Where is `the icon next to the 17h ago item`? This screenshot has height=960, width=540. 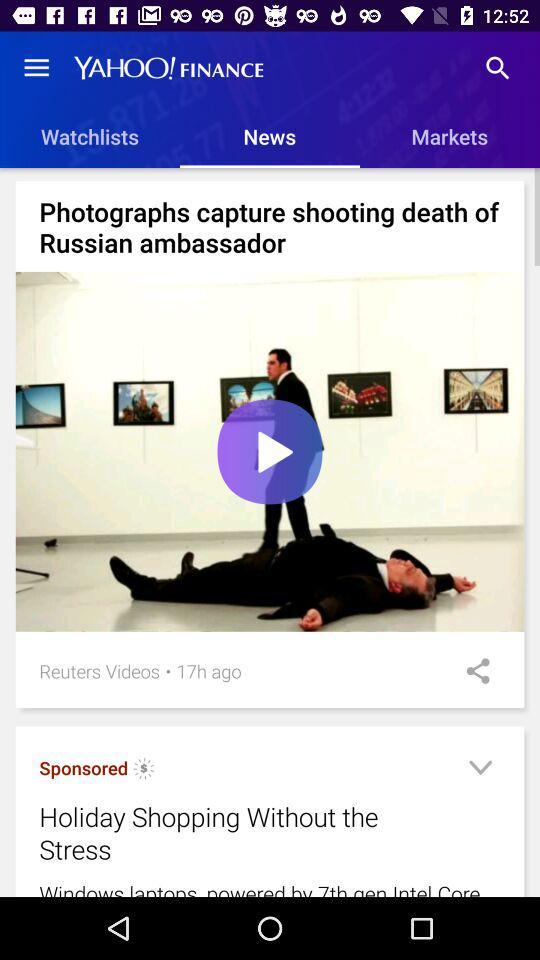
the icon next to the 17h ago item is located at coordinates (471, 671).